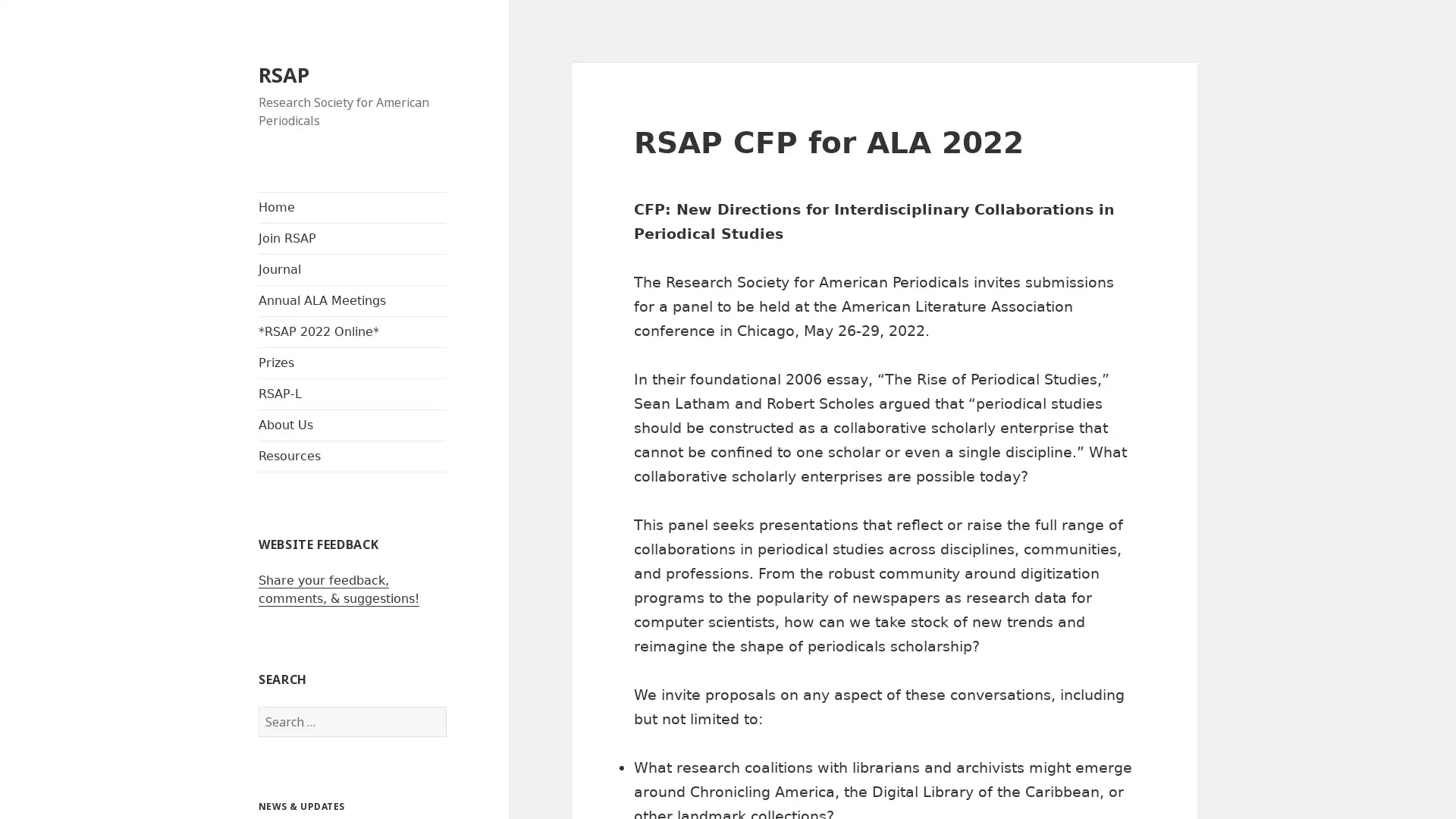 This screenshot has width=1456, height=819. Describe the element at coordinates (445, 707) in the screenshot. I see `Search` at that location.